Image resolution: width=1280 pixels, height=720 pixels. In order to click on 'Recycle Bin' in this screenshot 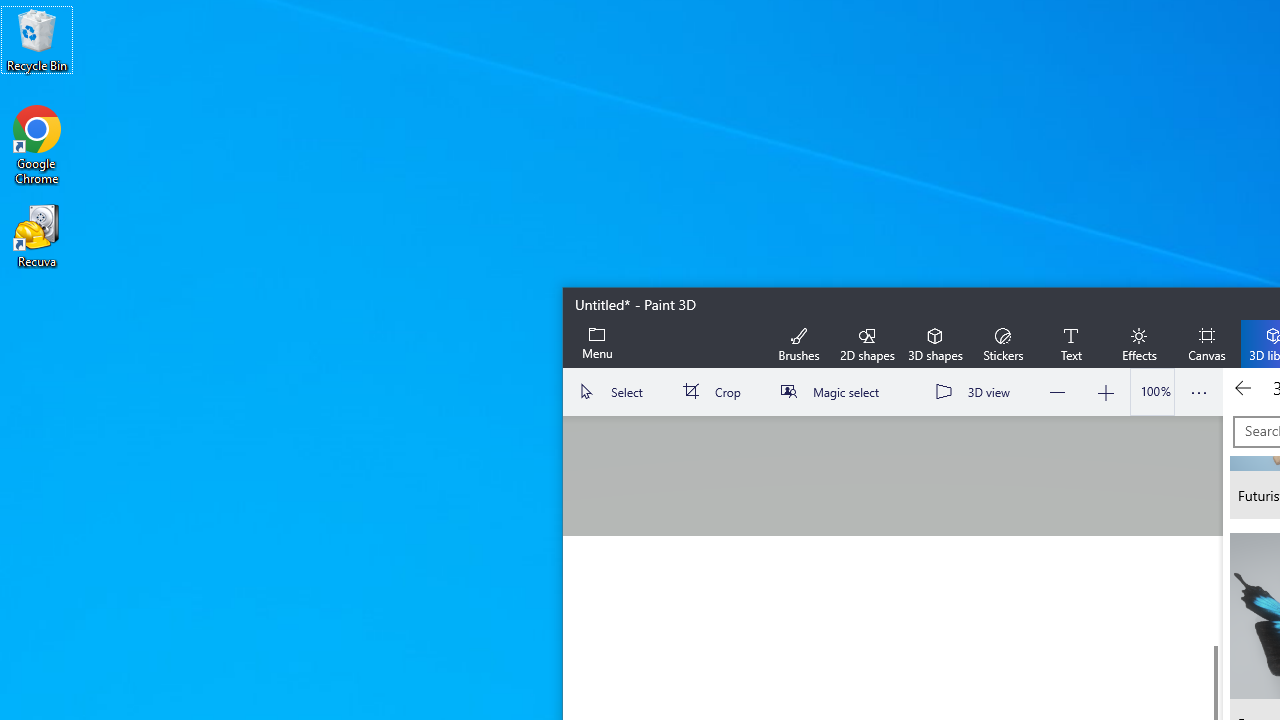, I will do `click(37, 39)`.